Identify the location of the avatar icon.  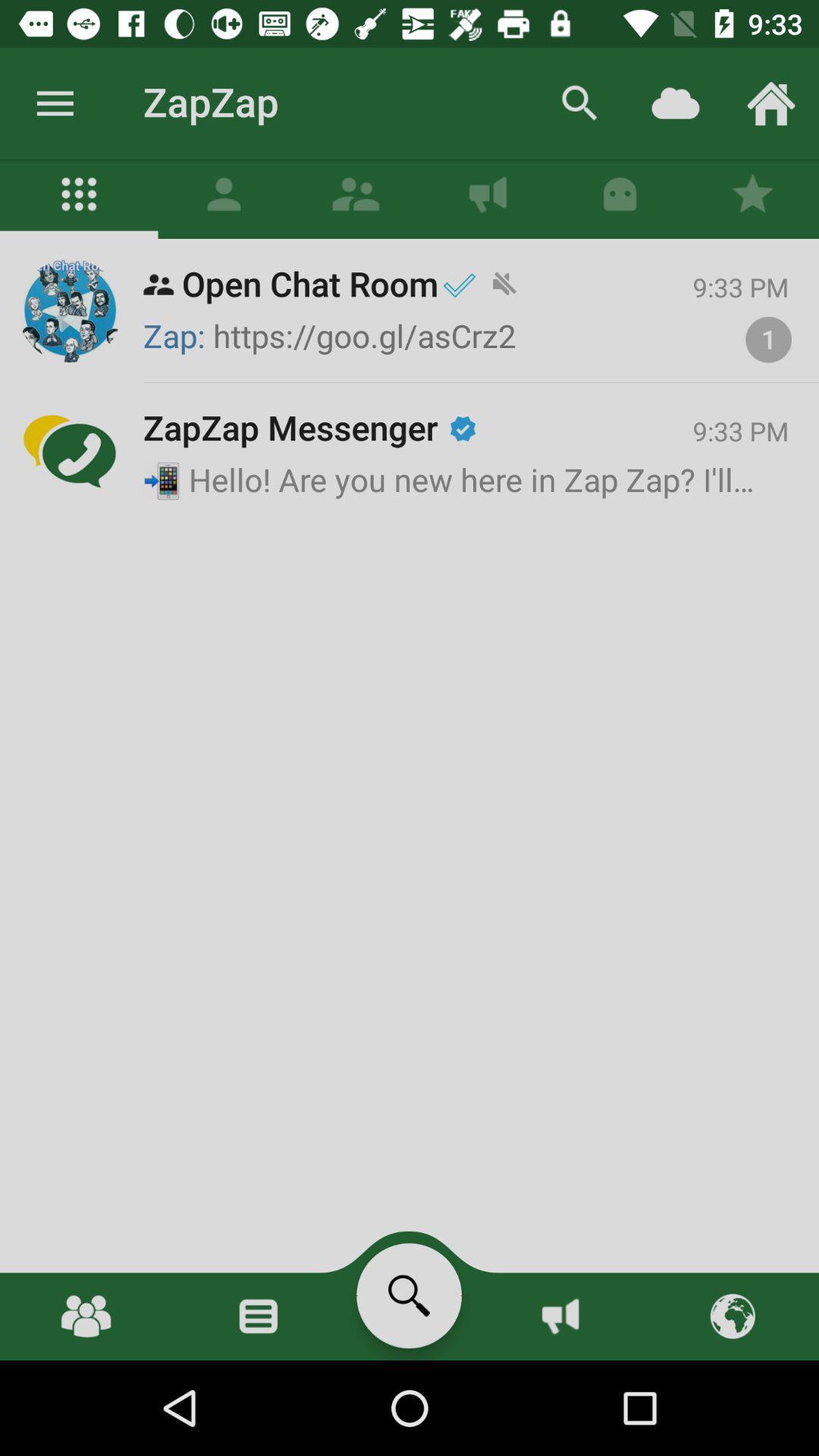
(224, 198).